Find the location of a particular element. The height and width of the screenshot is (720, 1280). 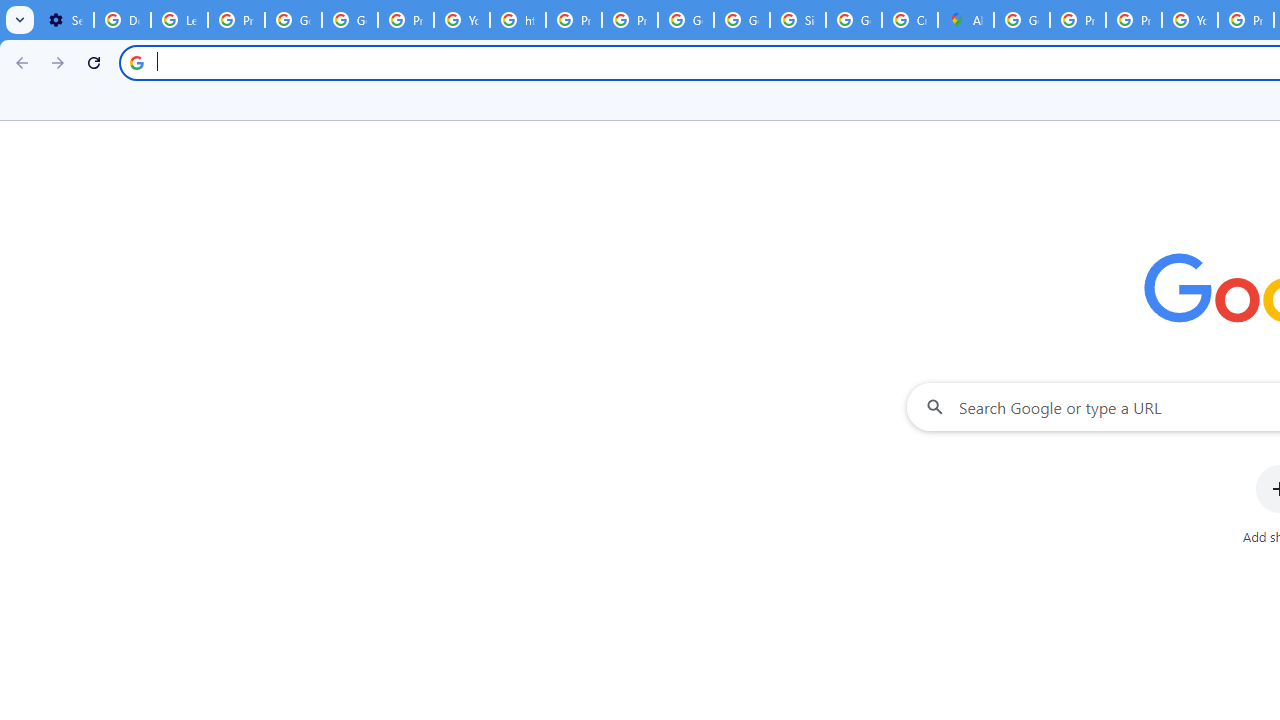

'YouTube' is located at coordinates (461, 20).